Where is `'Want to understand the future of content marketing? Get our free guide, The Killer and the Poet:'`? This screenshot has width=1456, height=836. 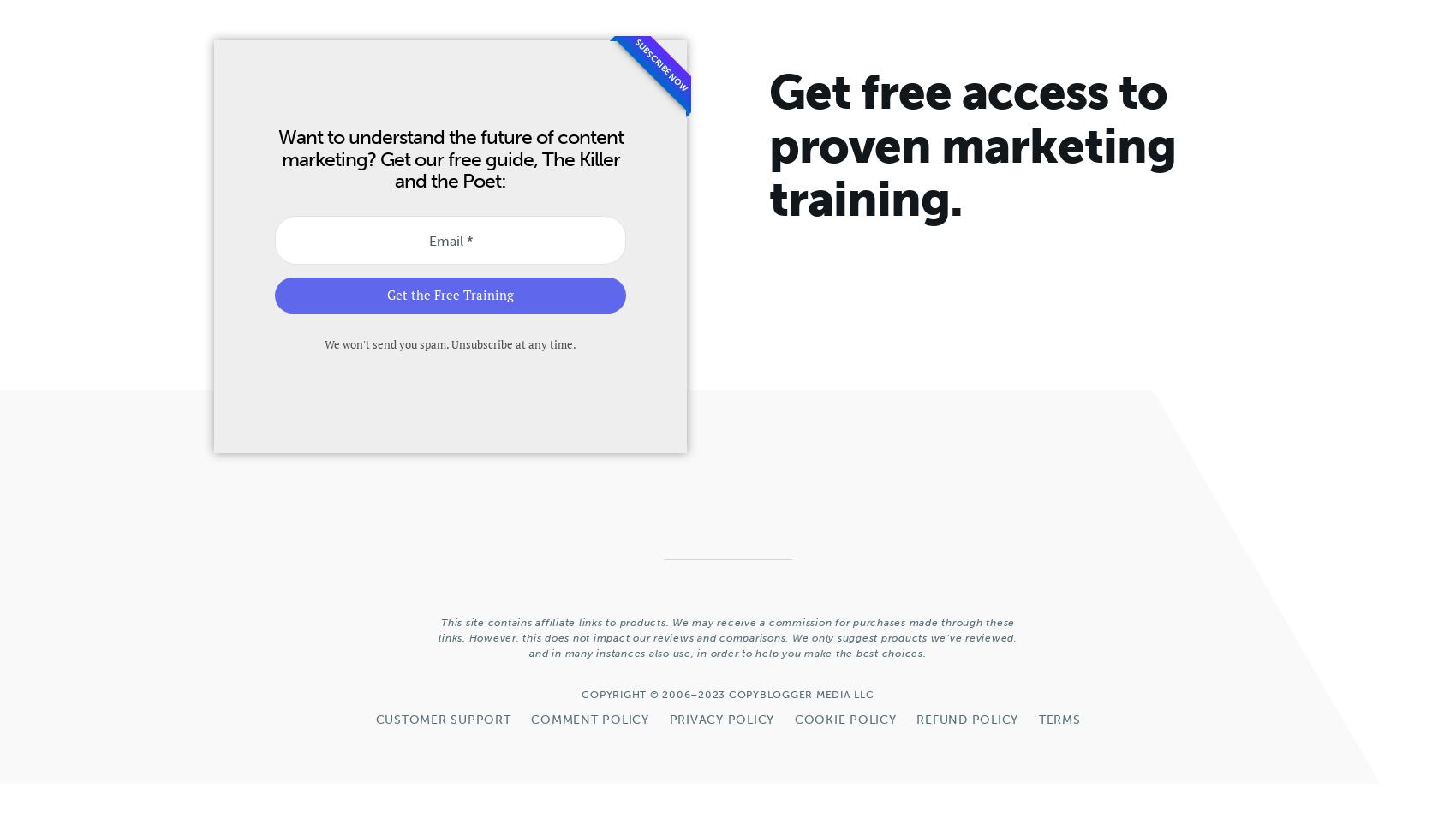
'Want to understand the future of content marketing? Get our free guide, The Killer and the Poet:' is located at coordinates (450, 157).